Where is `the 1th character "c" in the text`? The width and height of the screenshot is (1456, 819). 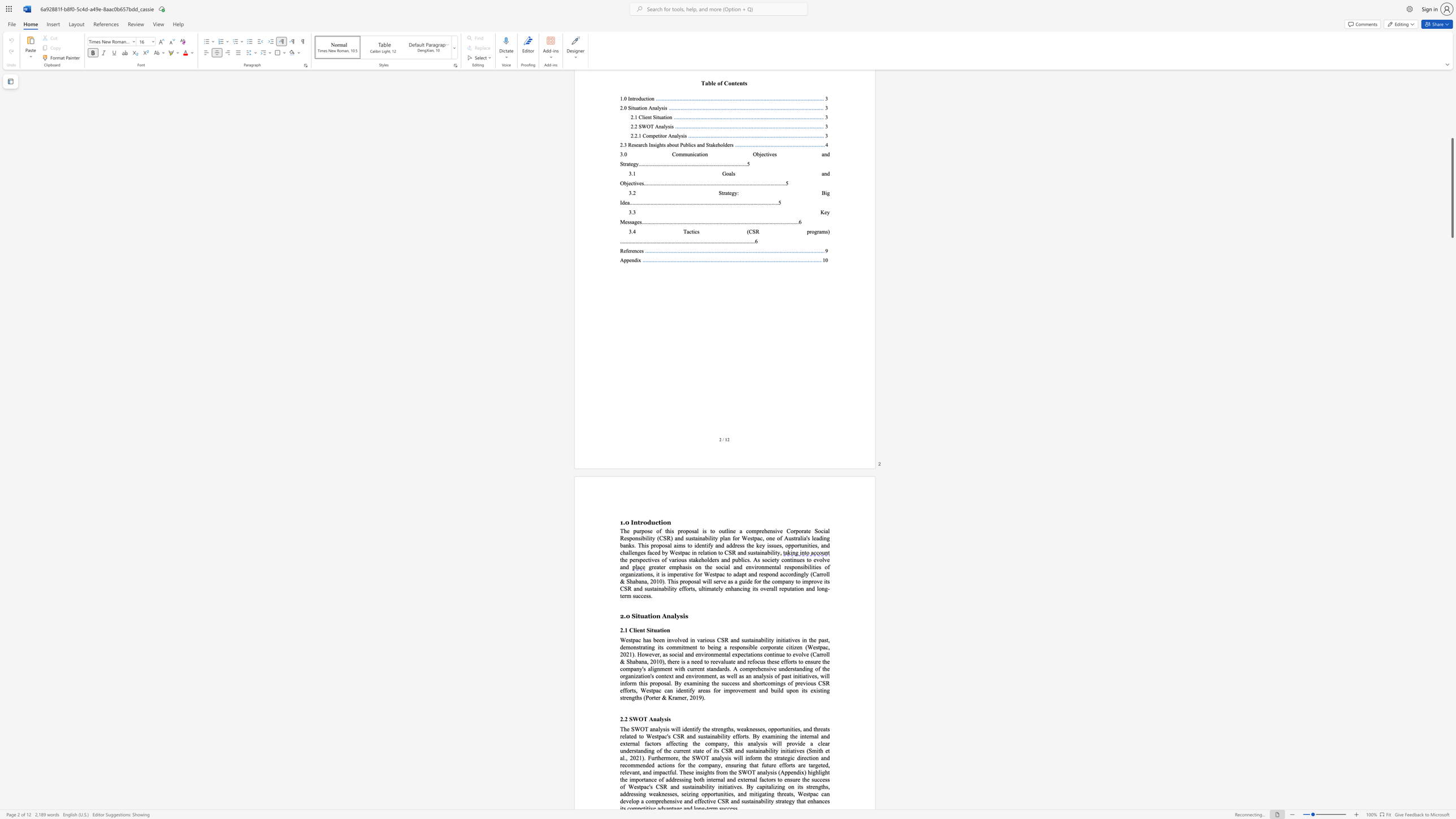 the 1th character "c" in the text is located at coordinates (639, 640).